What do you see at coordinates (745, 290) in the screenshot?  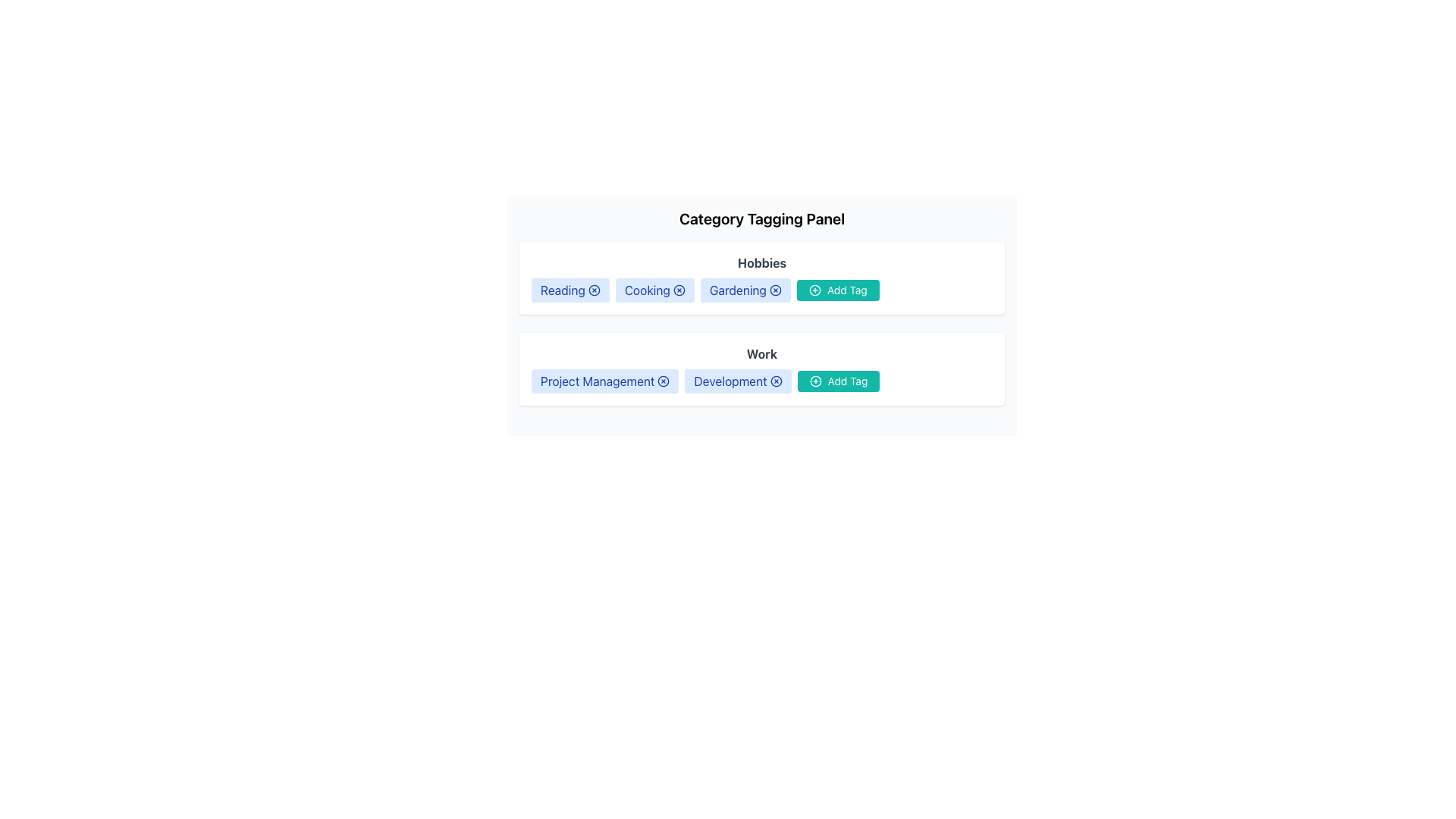 I see `the 'x' icon next to the 'Gardening' tag indicator` at bounding box center [745, 290].